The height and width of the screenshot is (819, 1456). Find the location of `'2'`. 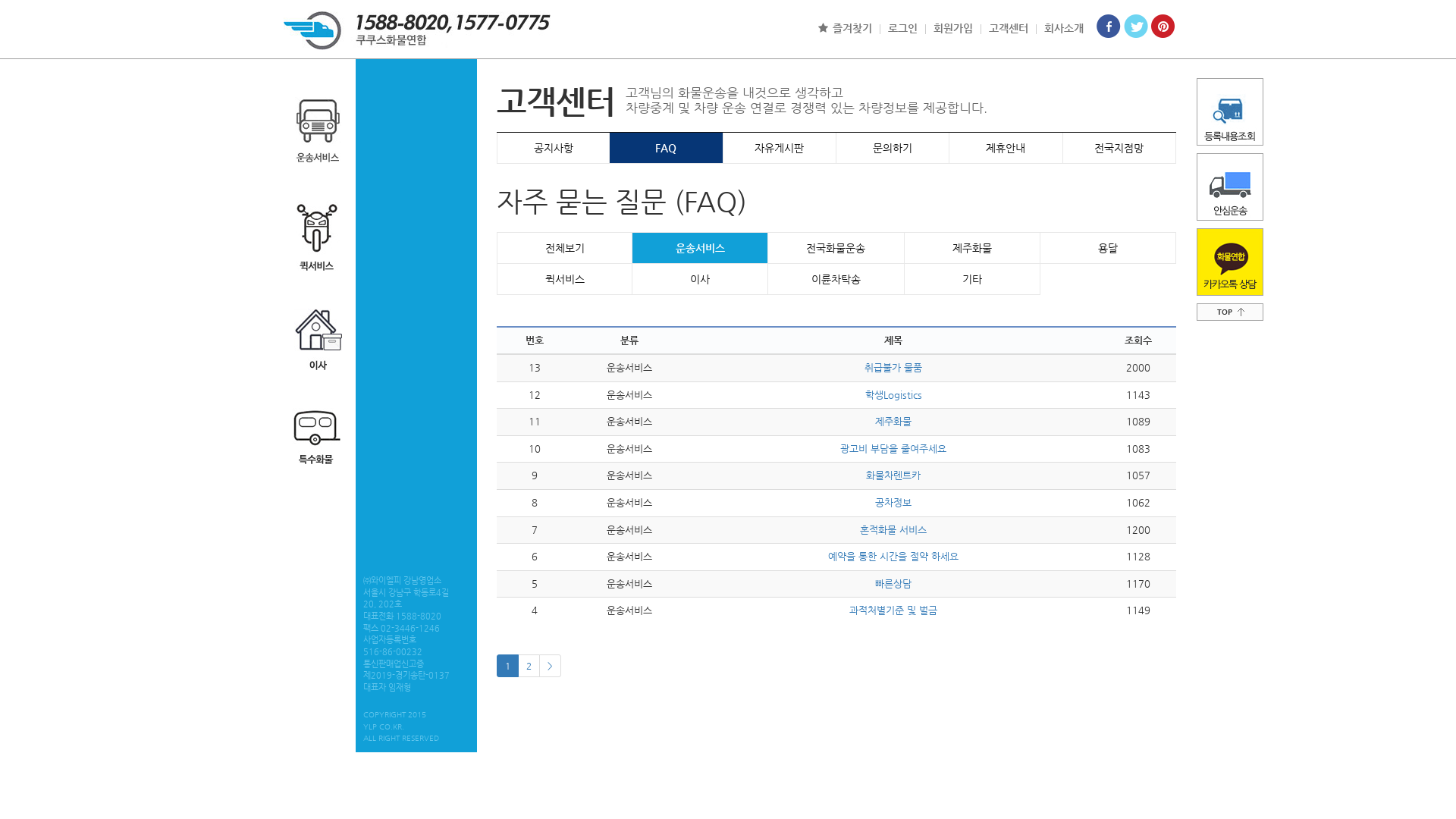

'2' is located at coordinates (529, 665).